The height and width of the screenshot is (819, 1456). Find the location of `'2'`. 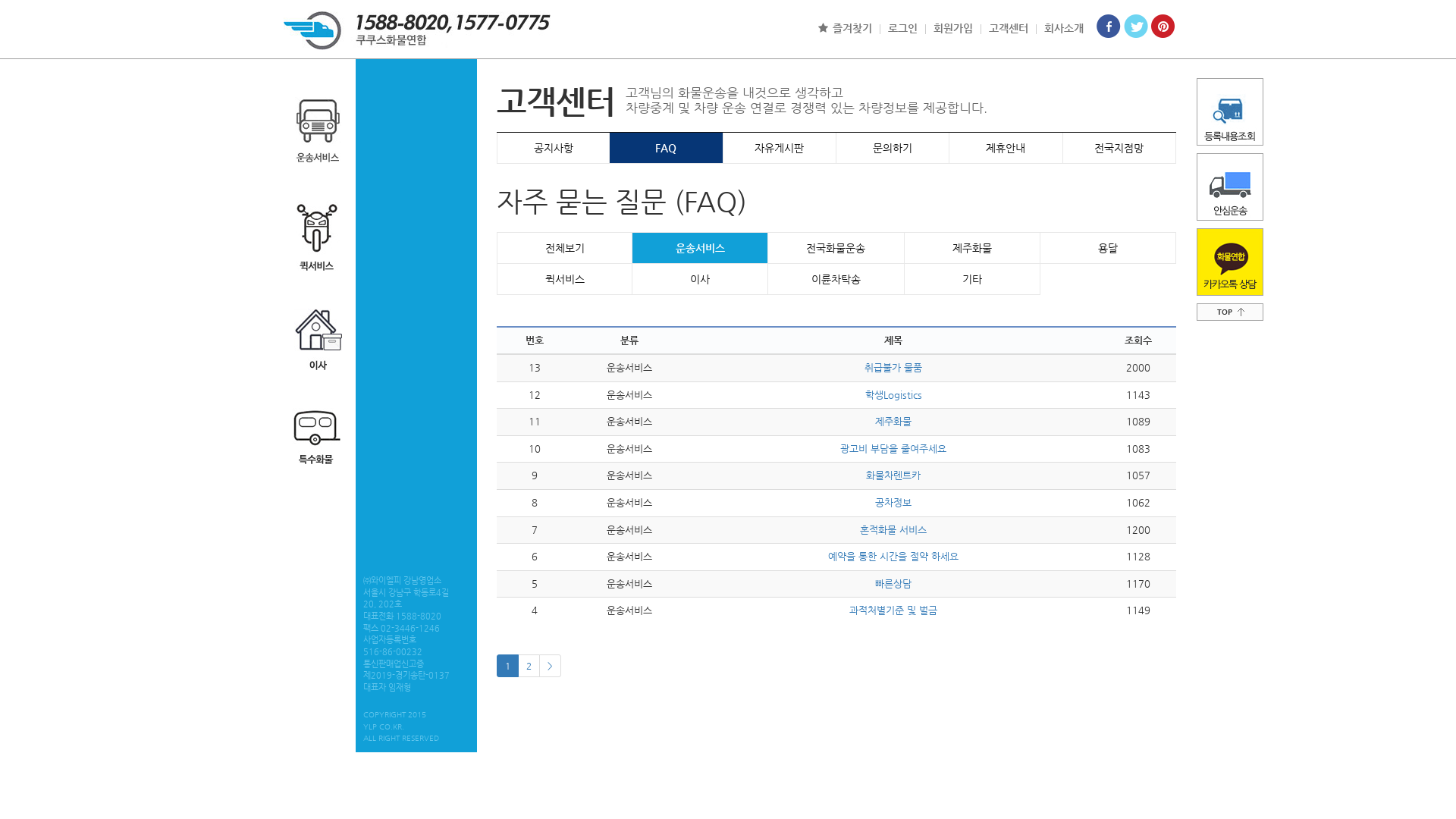

'2' is located at coordinates (529, 665).